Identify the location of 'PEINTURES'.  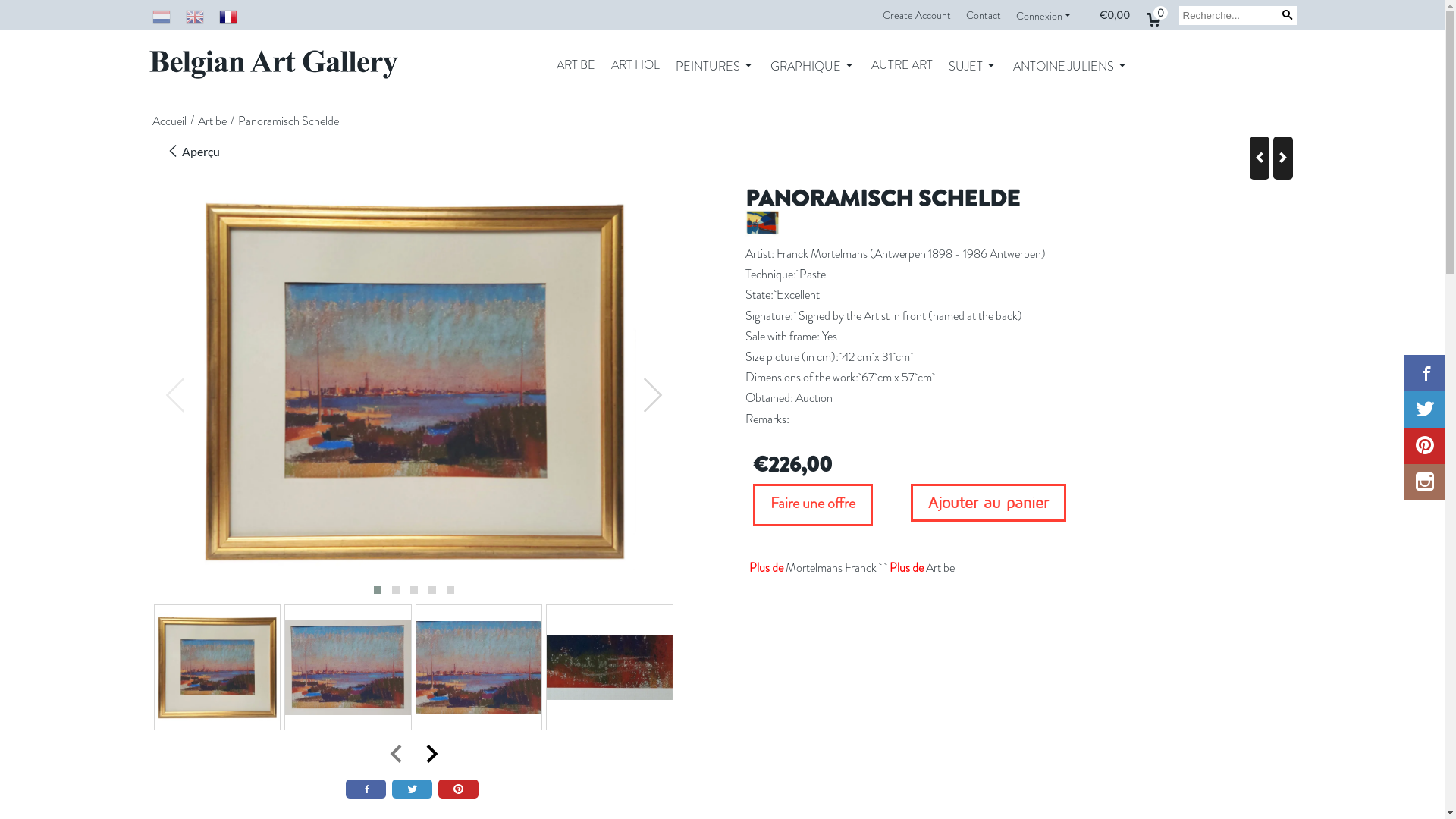
(714, 65).